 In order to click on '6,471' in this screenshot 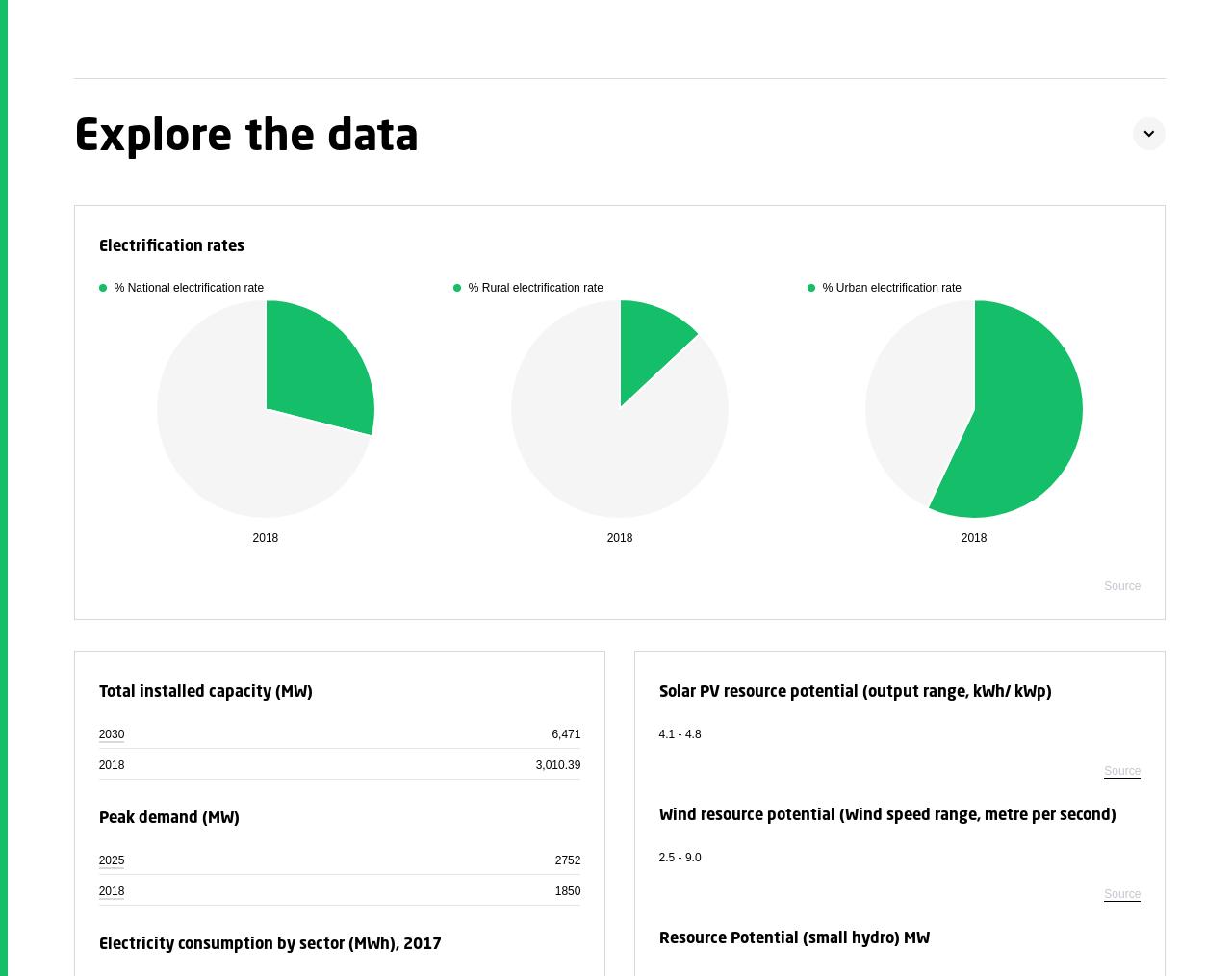, I will do `click(551, 733)`.